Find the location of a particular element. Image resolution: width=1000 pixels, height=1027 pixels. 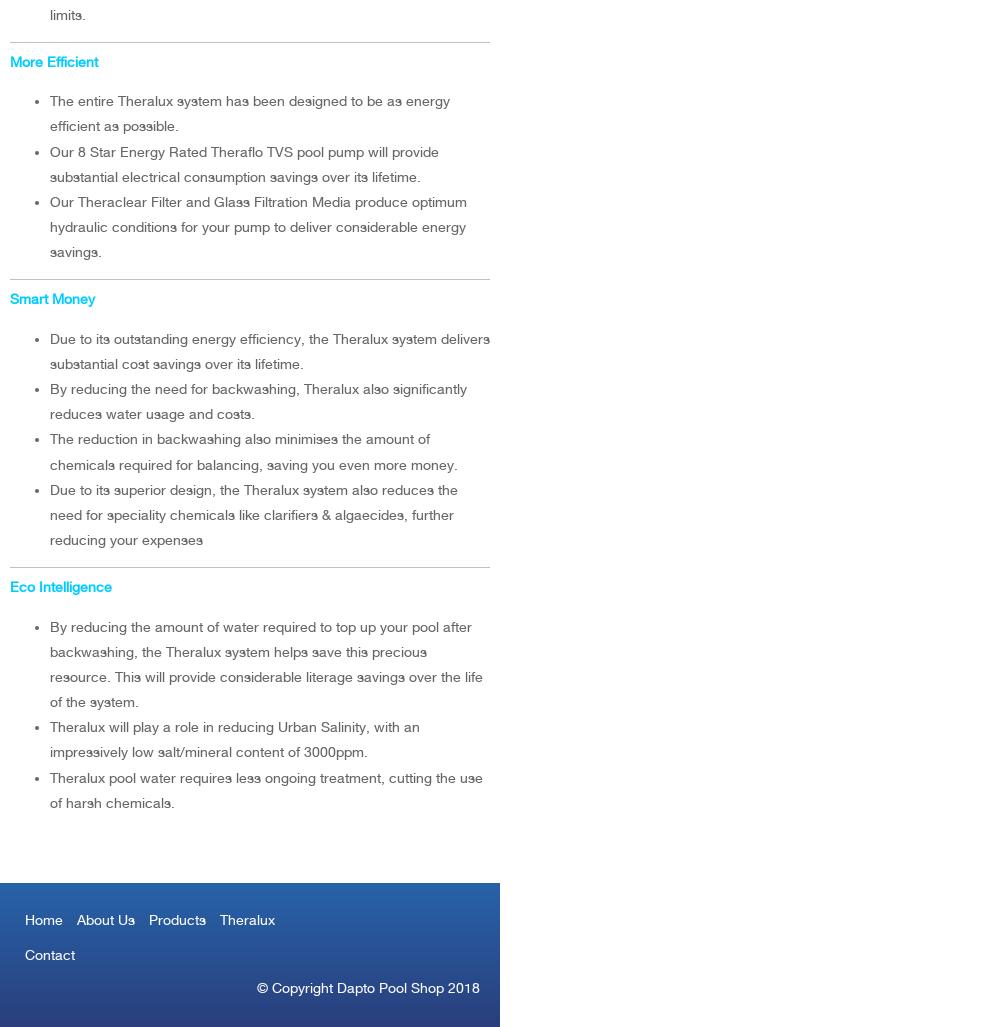

'Products' is located at coordinates (177, 919).